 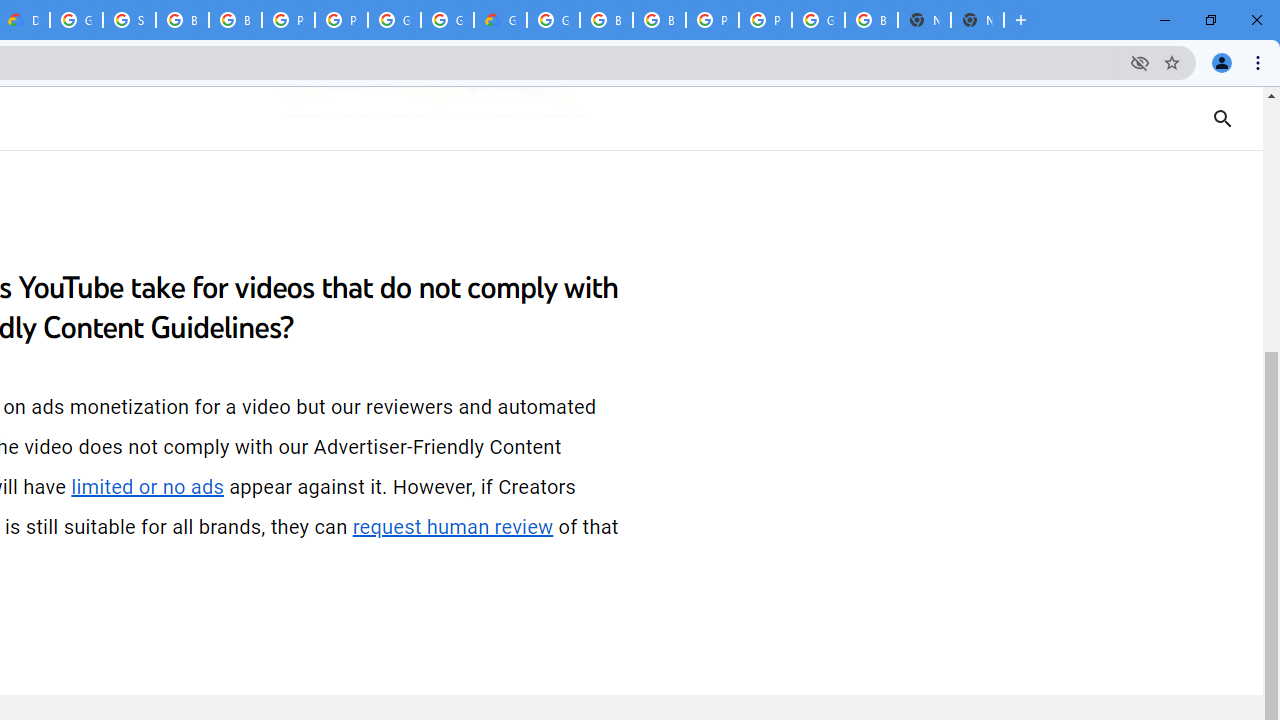 What do you see at coordinates (128, 20) in the screenshot?
I see `'Sign in - Google Accounts'` at bounding box center [128, 20].